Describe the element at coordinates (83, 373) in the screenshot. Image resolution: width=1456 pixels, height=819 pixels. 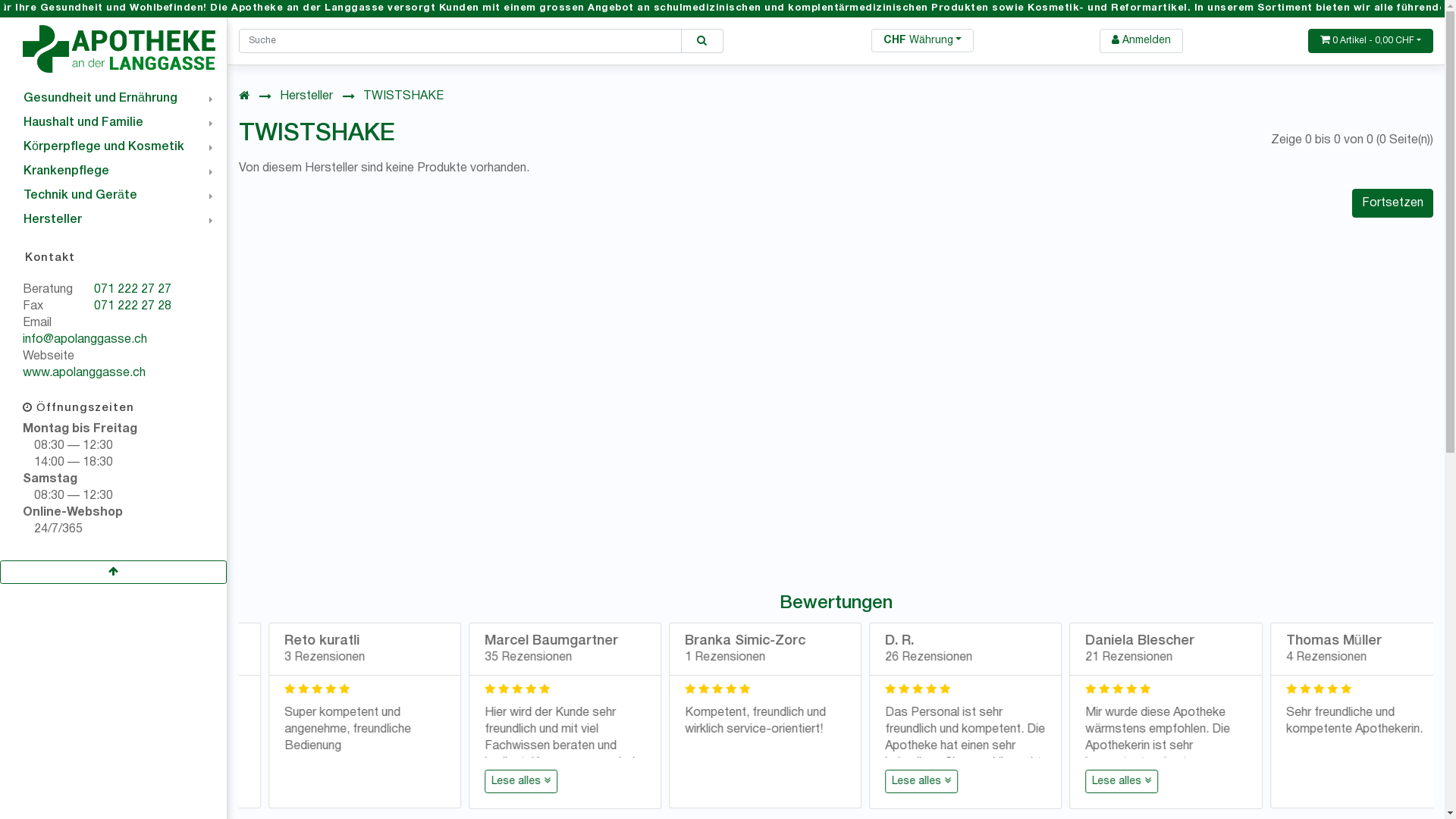
I see `'www.apolanggasse.ch'` at that location.